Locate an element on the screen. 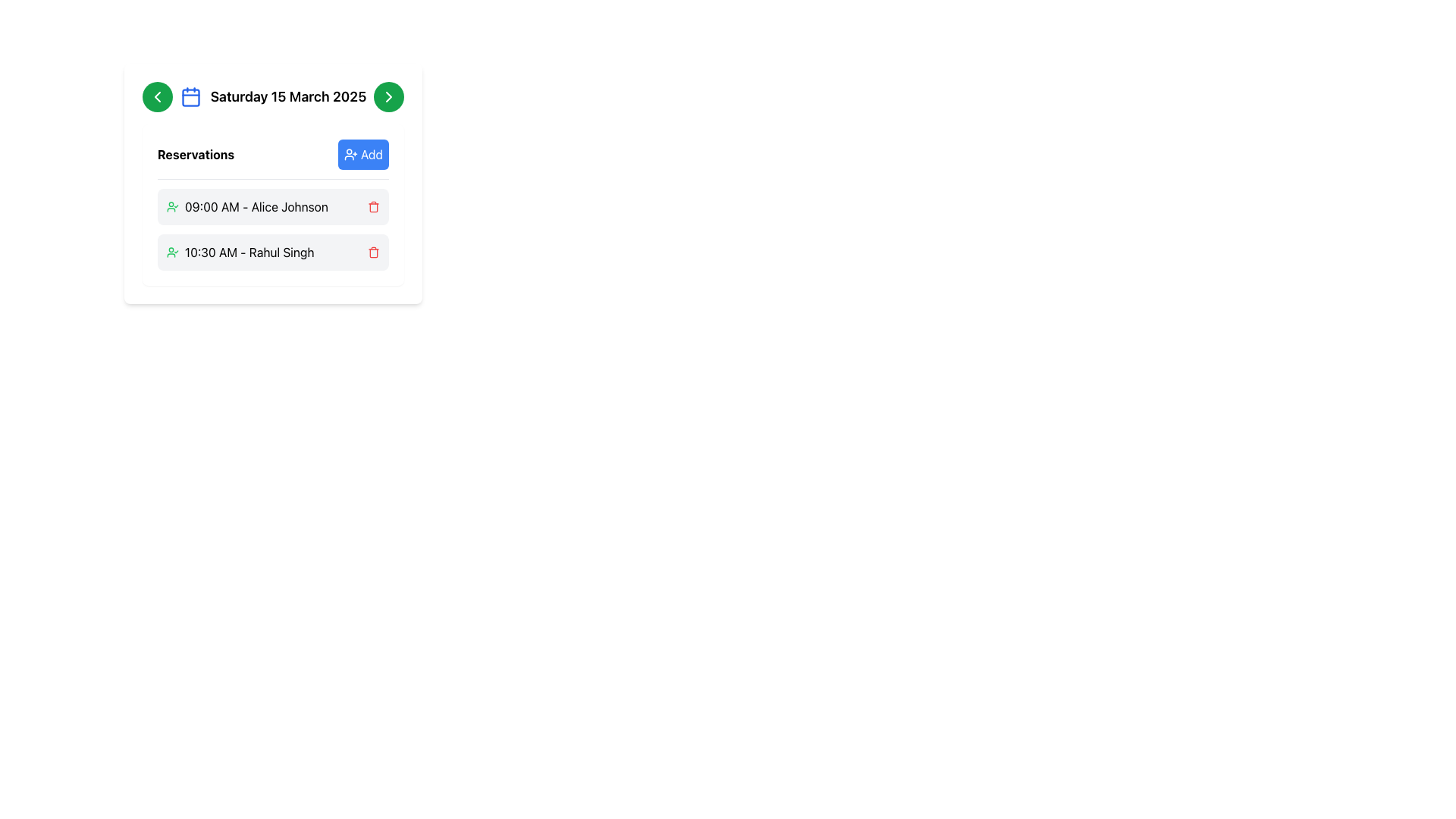 The height and width of the screenshot is (819, 1456). the delete button located at the far right of the reservation entry for '<time> AM - Rahul Singh' is located at coordinates (374, 251).